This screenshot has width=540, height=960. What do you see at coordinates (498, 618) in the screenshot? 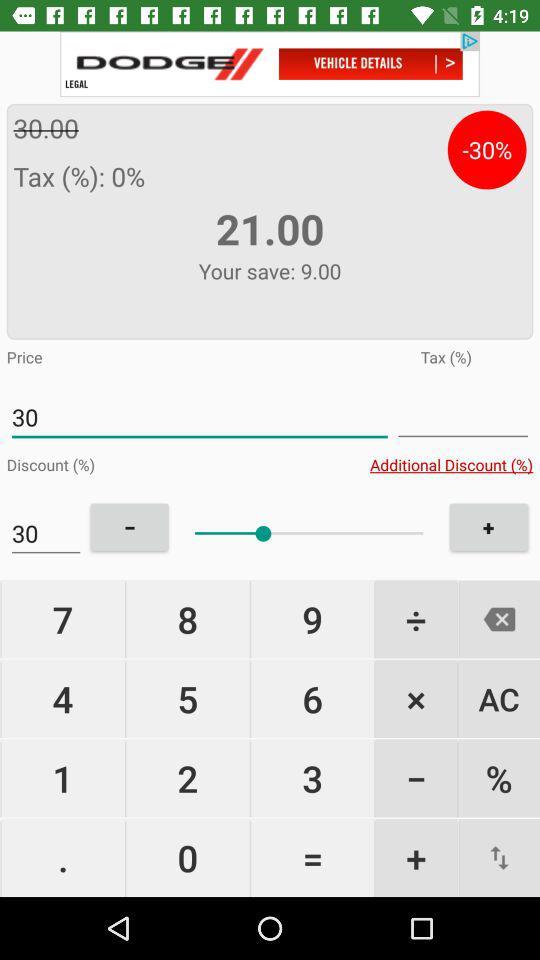
I see `delete text` at bounding box center [498, 618].